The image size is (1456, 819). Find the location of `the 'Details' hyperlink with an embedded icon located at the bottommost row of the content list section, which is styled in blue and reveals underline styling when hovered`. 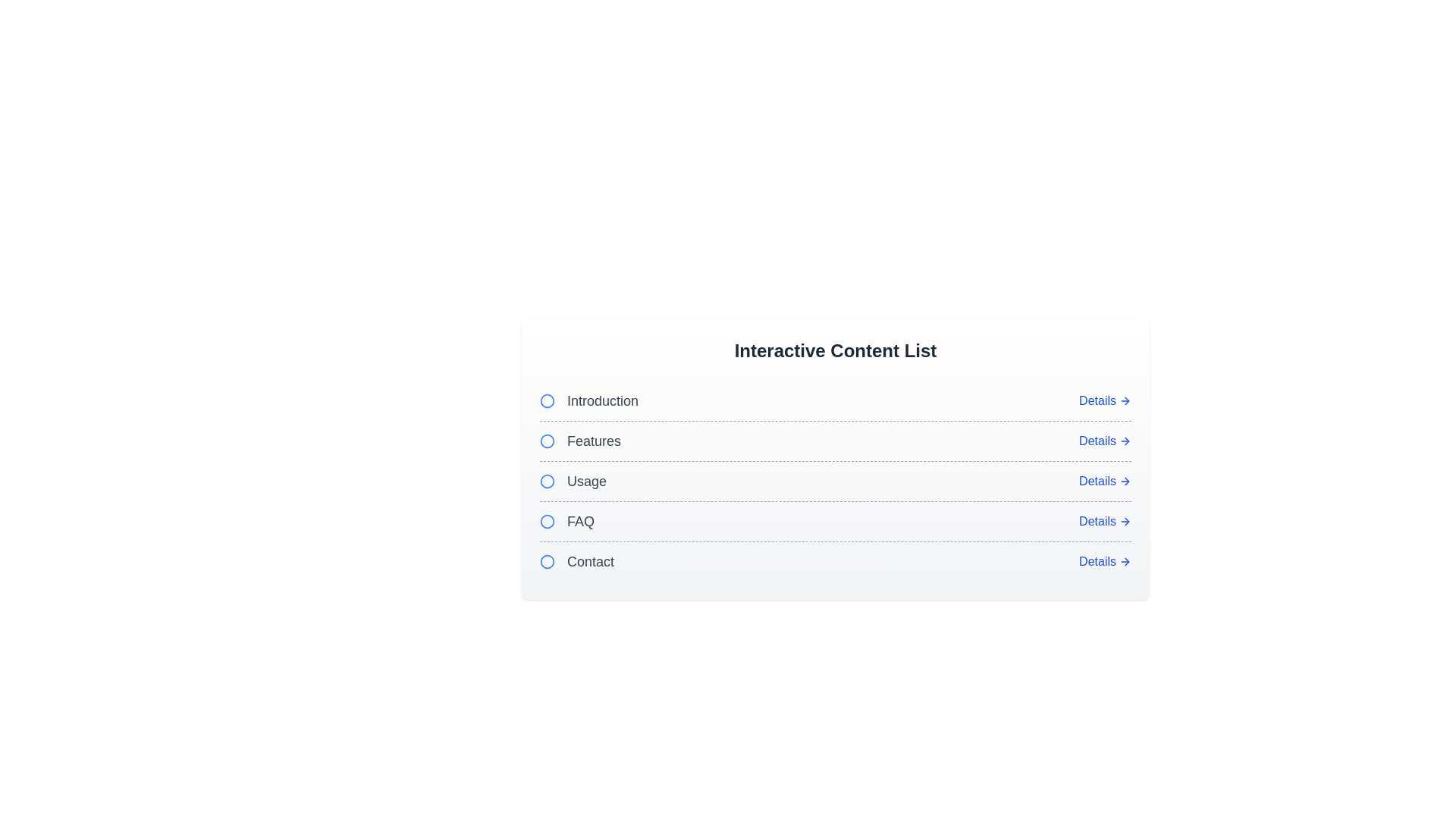

the 'Details' hyperlink with an embedded icon located at the bottommost row of the content list section, which is styled in blue and reveals underline styling when hovered is located at coordinates (1105, 561).